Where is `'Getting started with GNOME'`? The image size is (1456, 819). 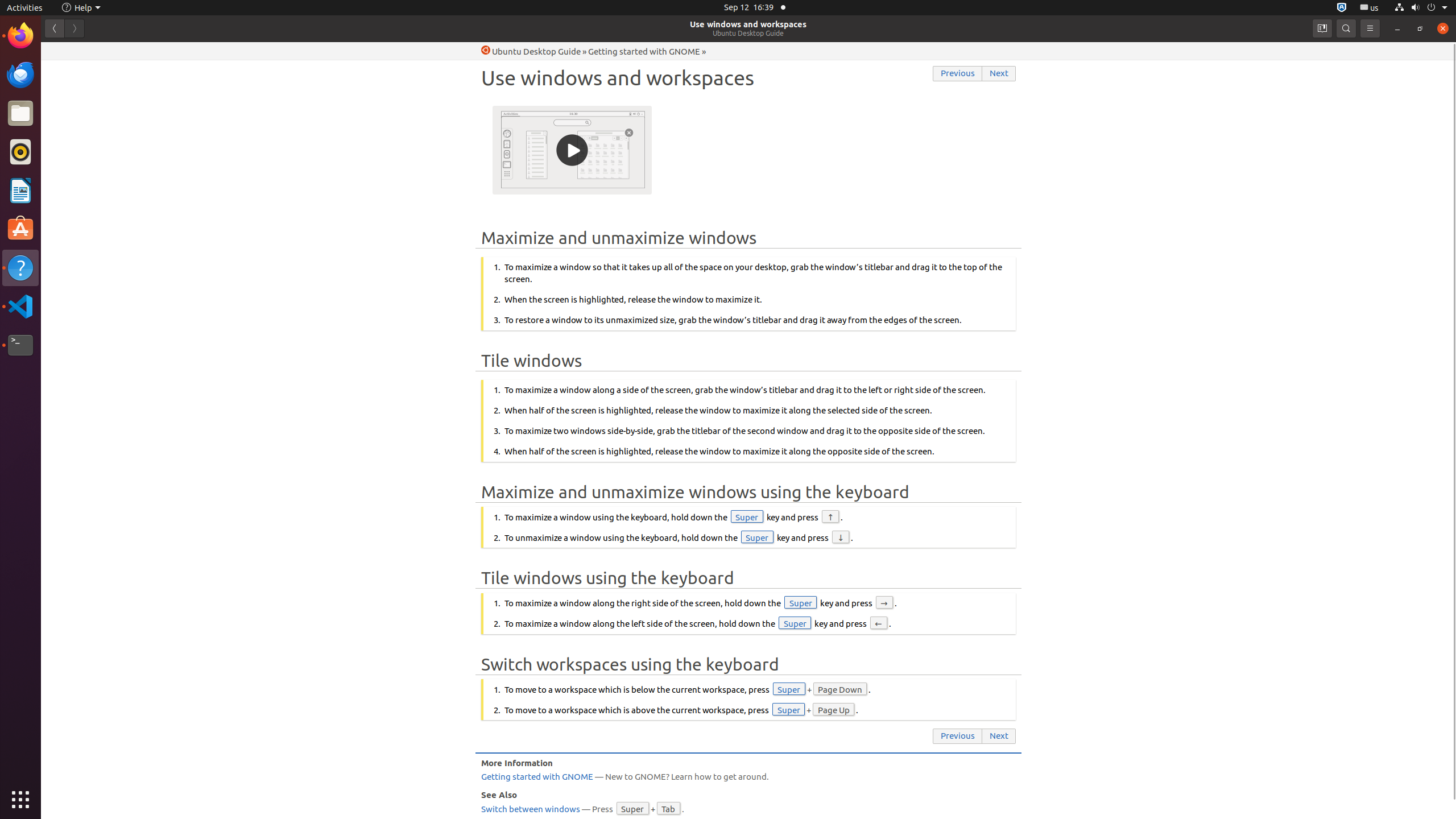 'Getting started with GNOME' is located at coordinates (644, 51).